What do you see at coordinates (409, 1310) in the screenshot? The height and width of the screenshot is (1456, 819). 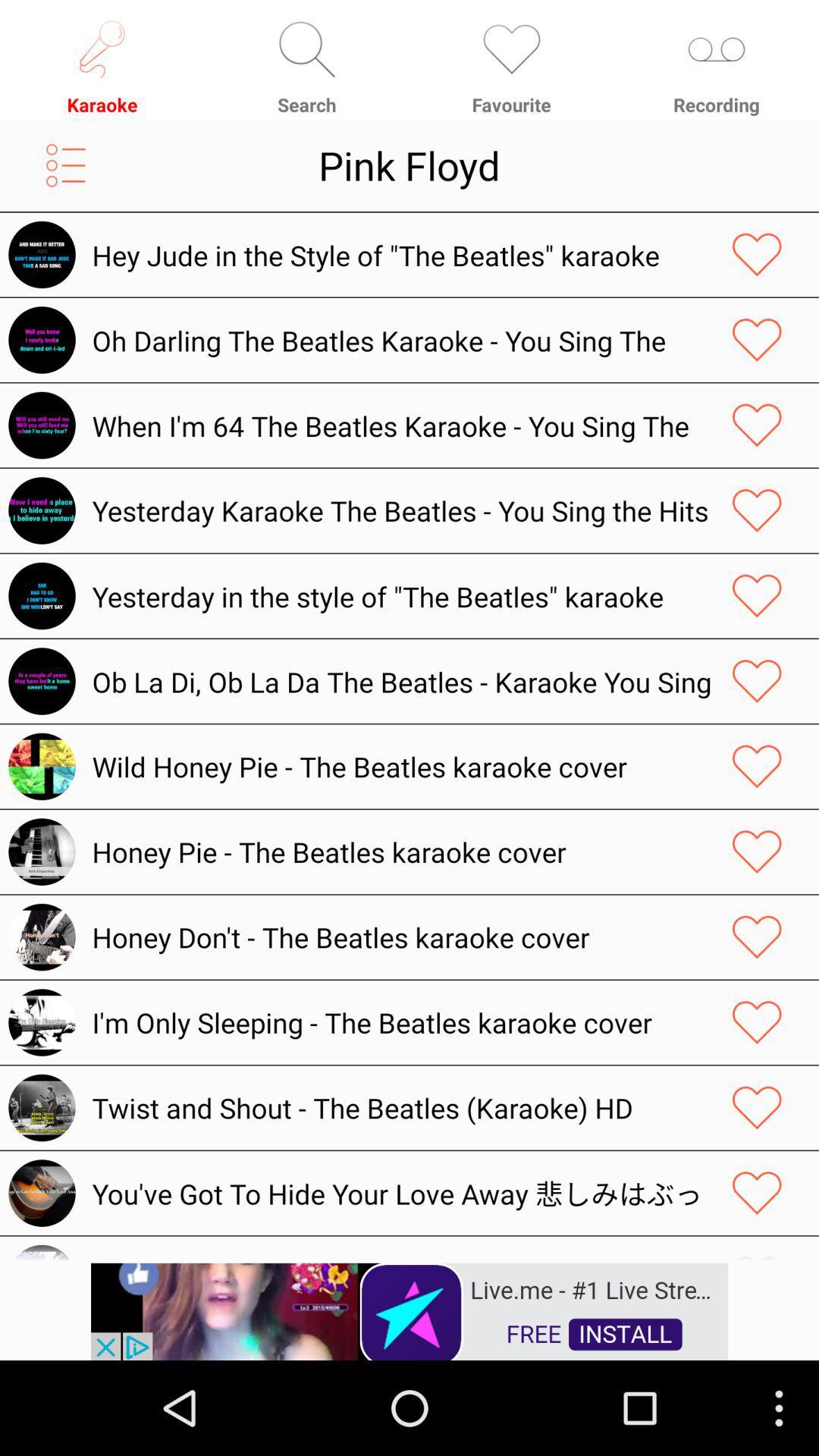 I see `link to advertisement` at bounding box center [409, 1310].